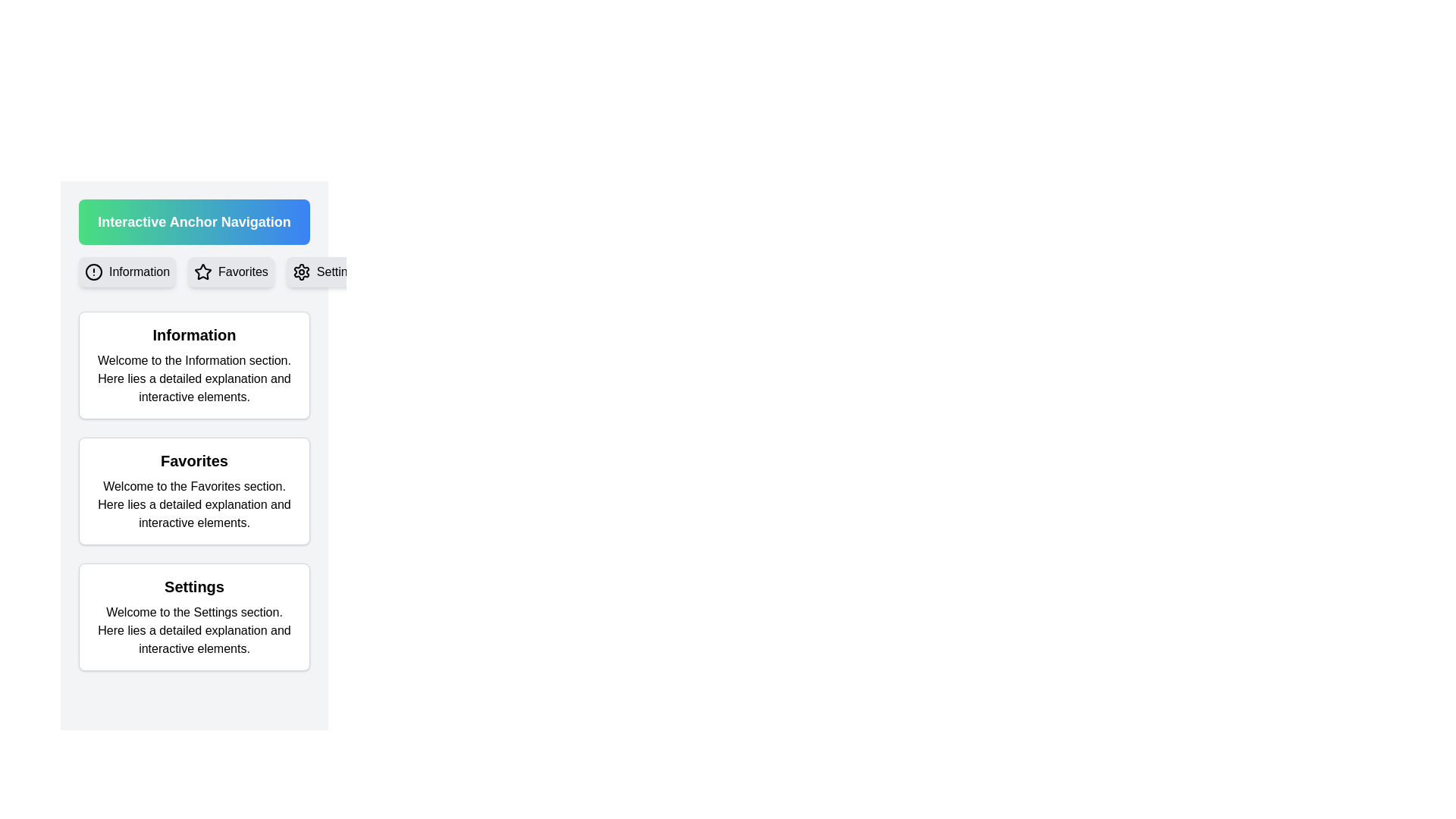 Image resolution: width=1456 pixels, height=819 pixels. I want to click on the 'Information' navigation button, so click(127, 271).